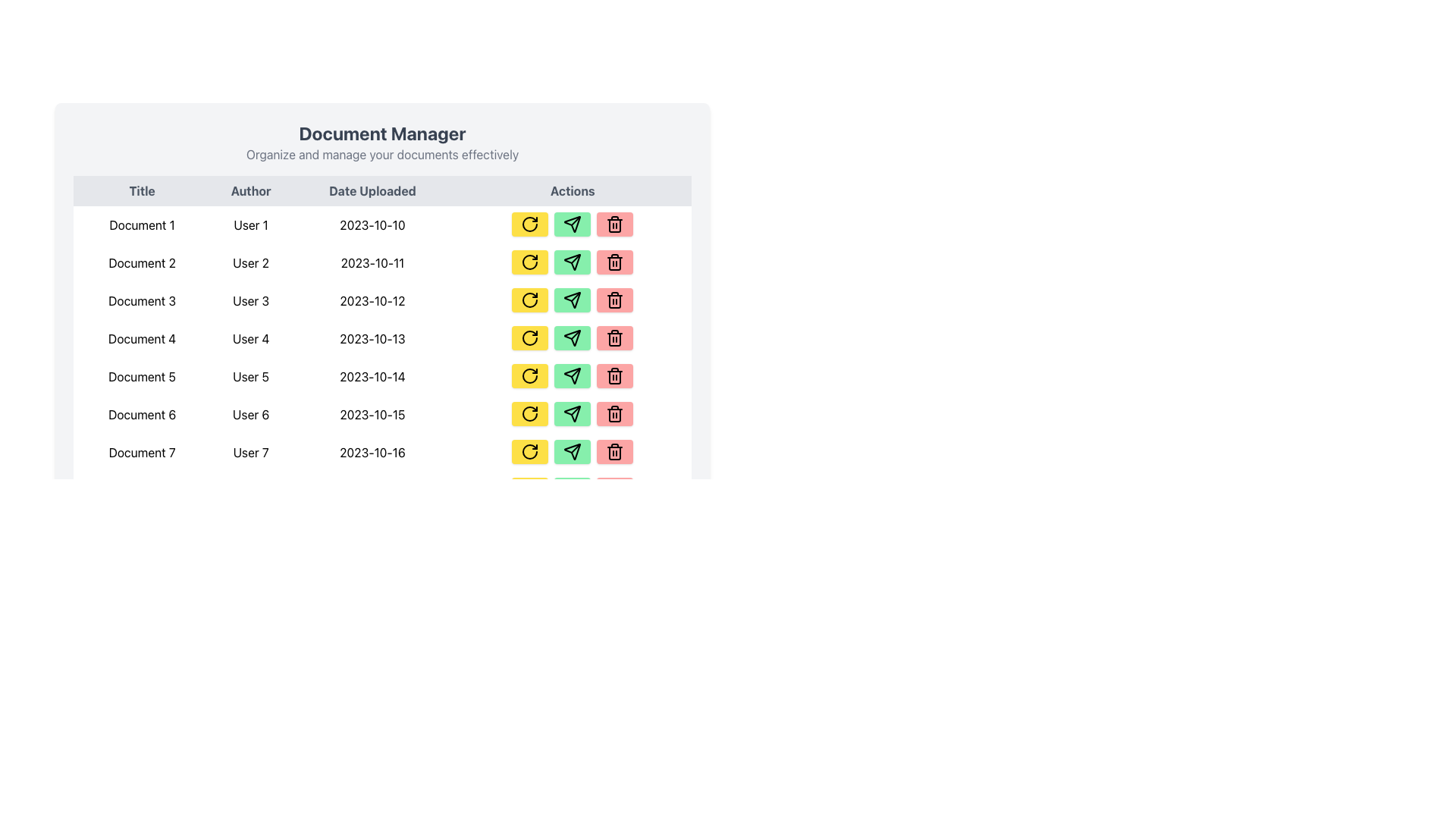  I want to click on the text label styled with a bold typeface displaying the word 'Title', which is the leftmost header in a table-like structure, so click(142, 190).